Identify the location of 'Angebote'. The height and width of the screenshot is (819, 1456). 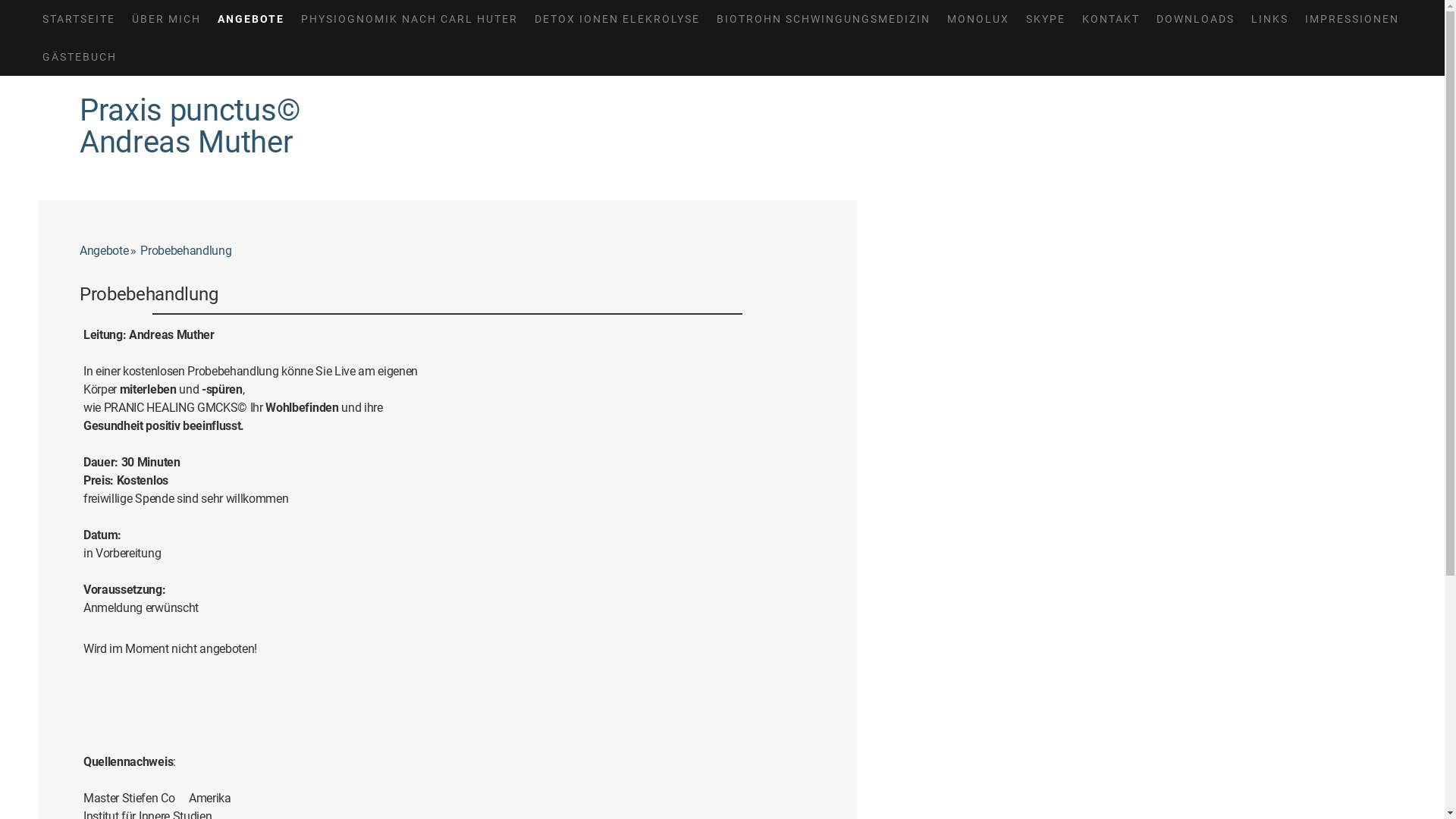
(79, 250).